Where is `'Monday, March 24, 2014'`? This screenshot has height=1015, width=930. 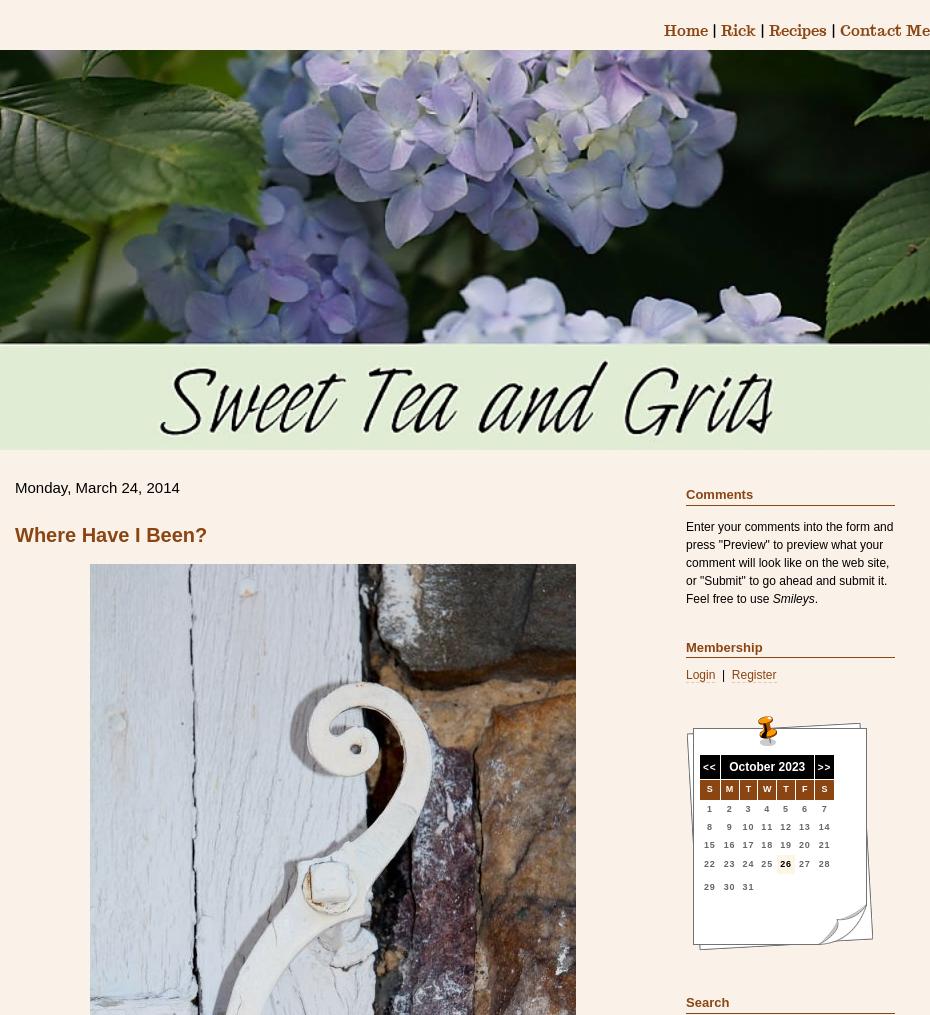 'Monday, March 24, 2014' is located at coordinates (96, 486).